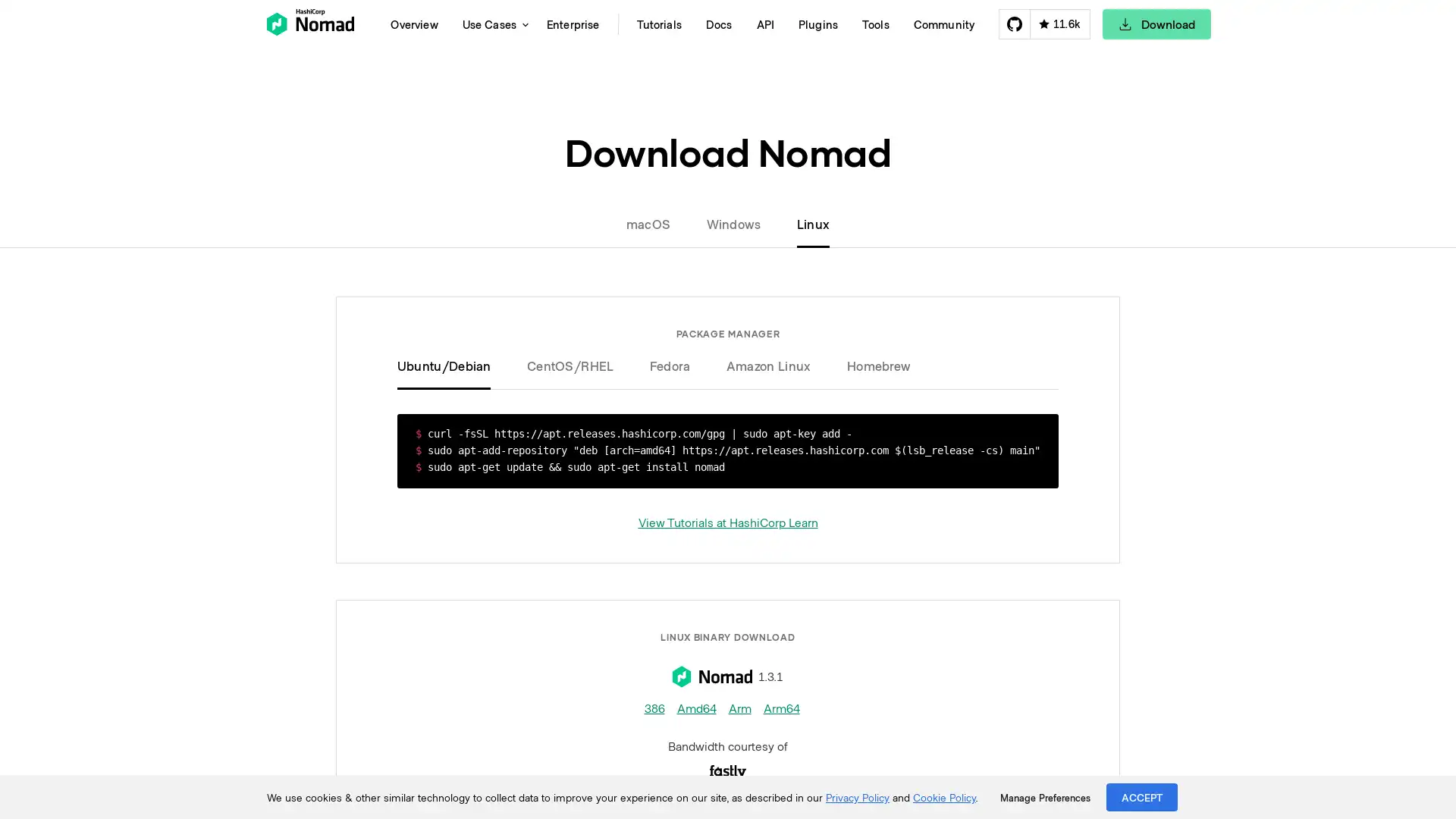 This screenshot has width=1456, height=819. What do you see at coordinates (657, 223) in the screenshot?
I see `macOS` at bounding box center [657, 223].